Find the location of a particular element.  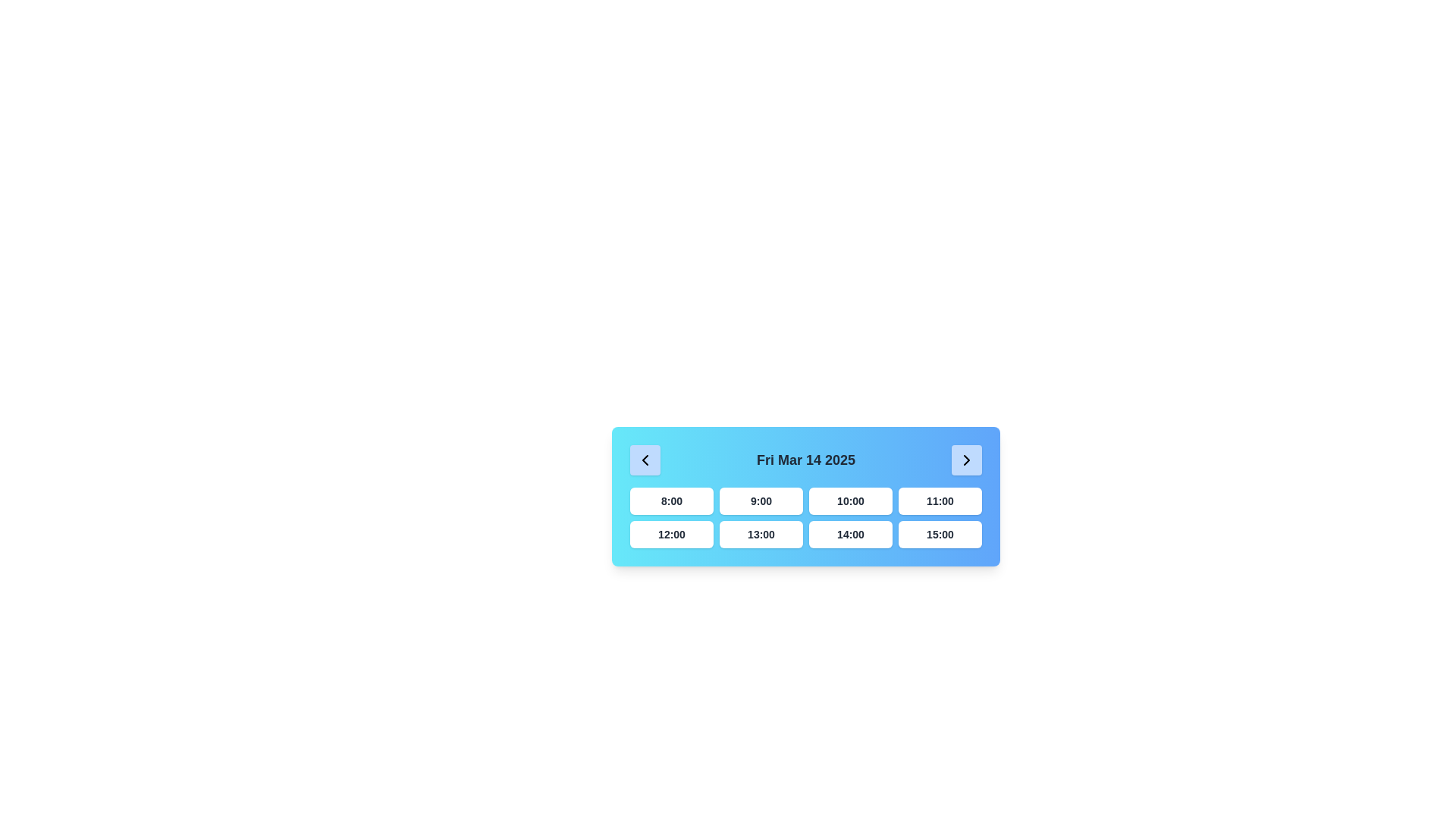

the vector graphic navigation button located to the left of 'Fri Mar 14 2025' is located at coordinates (645, 459).